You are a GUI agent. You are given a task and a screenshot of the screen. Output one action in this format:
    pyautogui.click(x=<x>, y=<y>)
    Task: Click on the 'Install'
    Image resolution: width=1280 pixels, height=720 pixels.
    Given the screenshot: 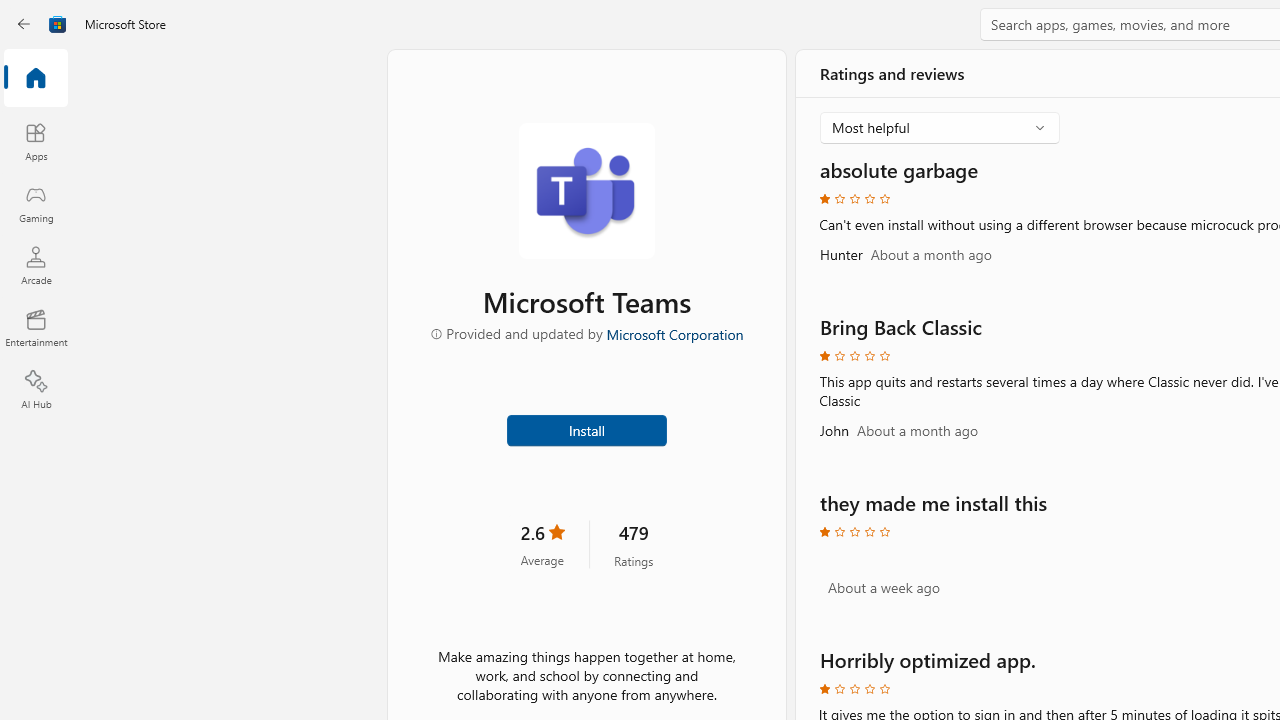 What is the action you would take?
    pyautogui.click(x=585, y=428)
    